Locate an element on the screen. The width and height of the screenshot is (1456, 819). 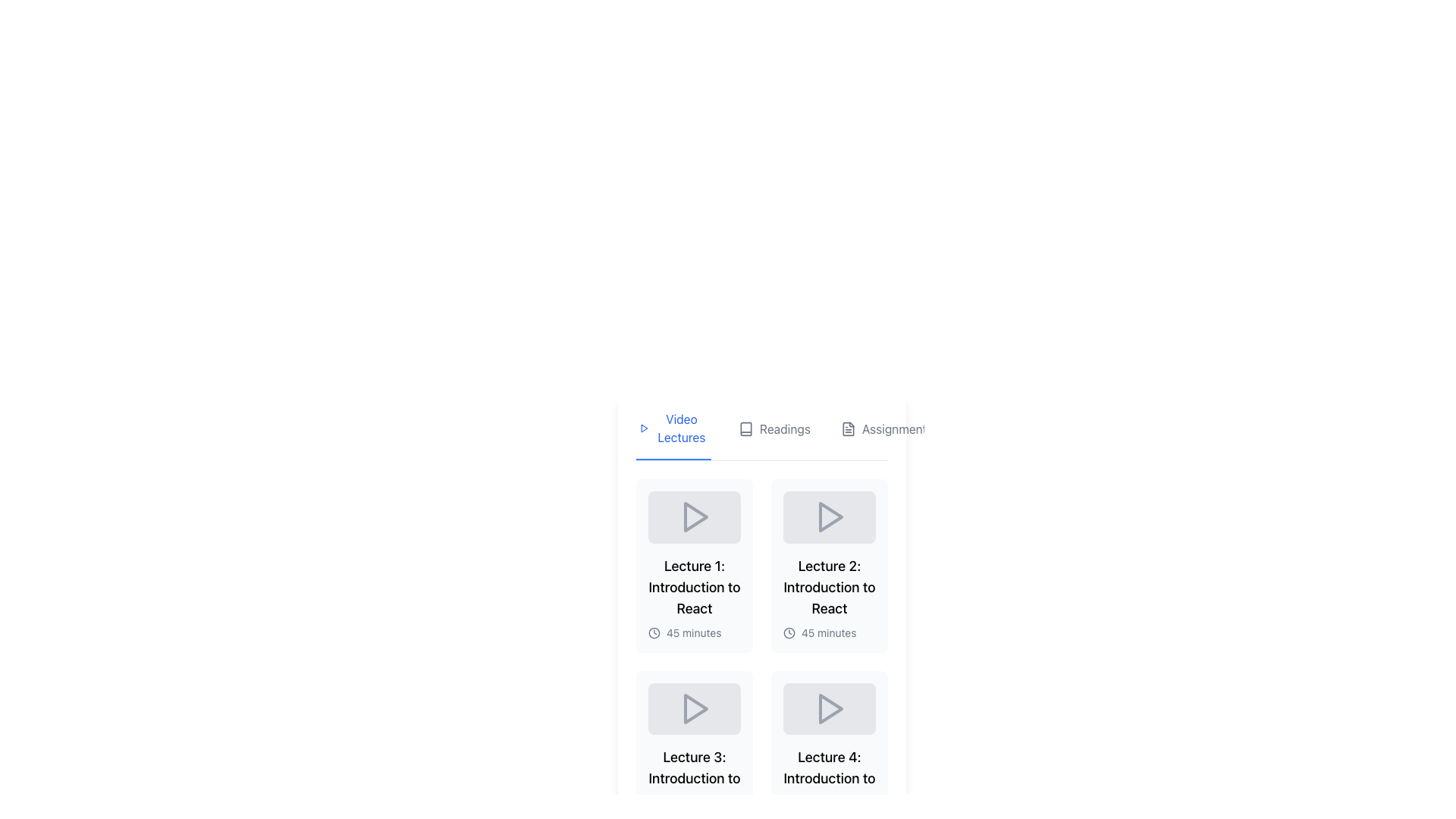
the triangular play icon located within a light gray circular background is located at coordinates (695, 516).